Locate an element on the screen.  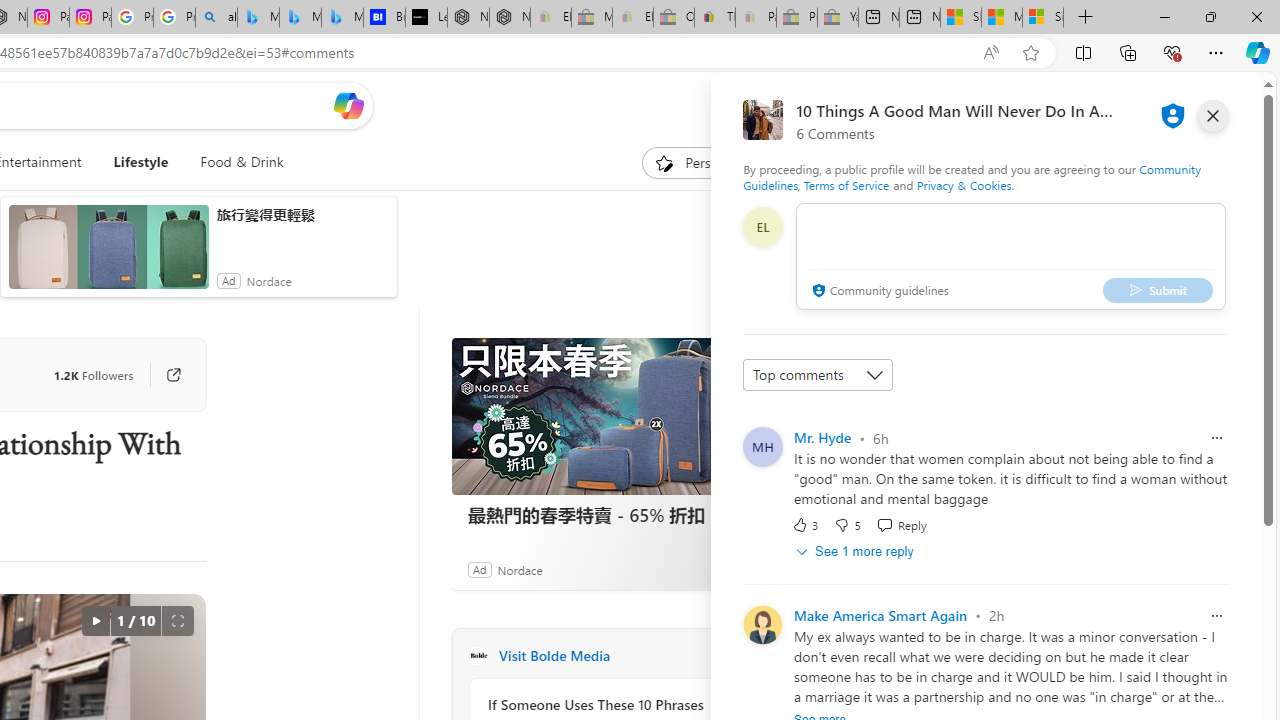
'Privacy & Cookies' is located at coordinates (964, 185).